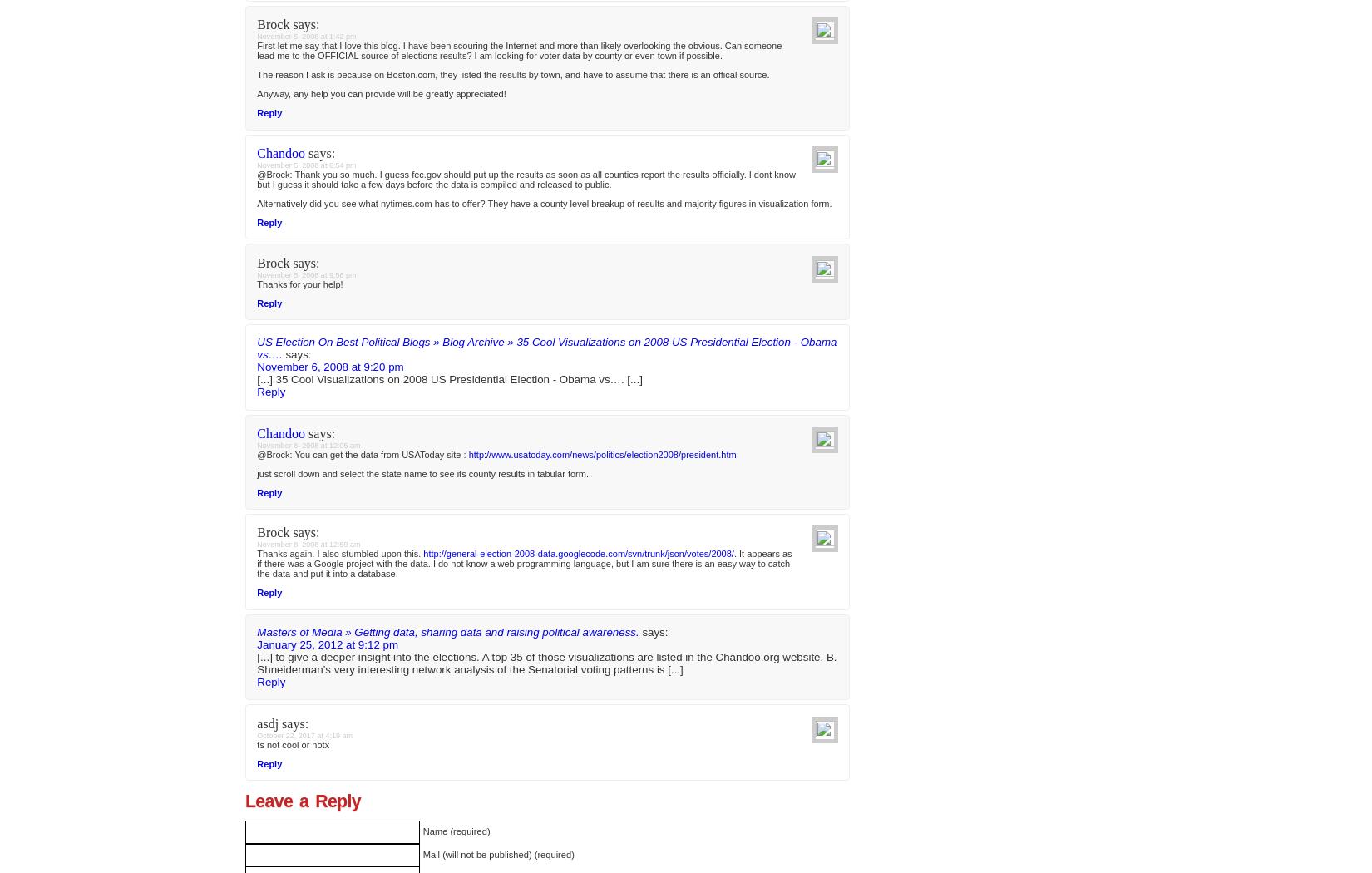  What do you see at coordinates (257, 359) in the screenshot?
I see `'Eleições Americanas - Infografias. - 2.0 WEBMANIA - Portugal, a Web 2.0, o Mundo e a Internet'` at bounding box center [257, 359].